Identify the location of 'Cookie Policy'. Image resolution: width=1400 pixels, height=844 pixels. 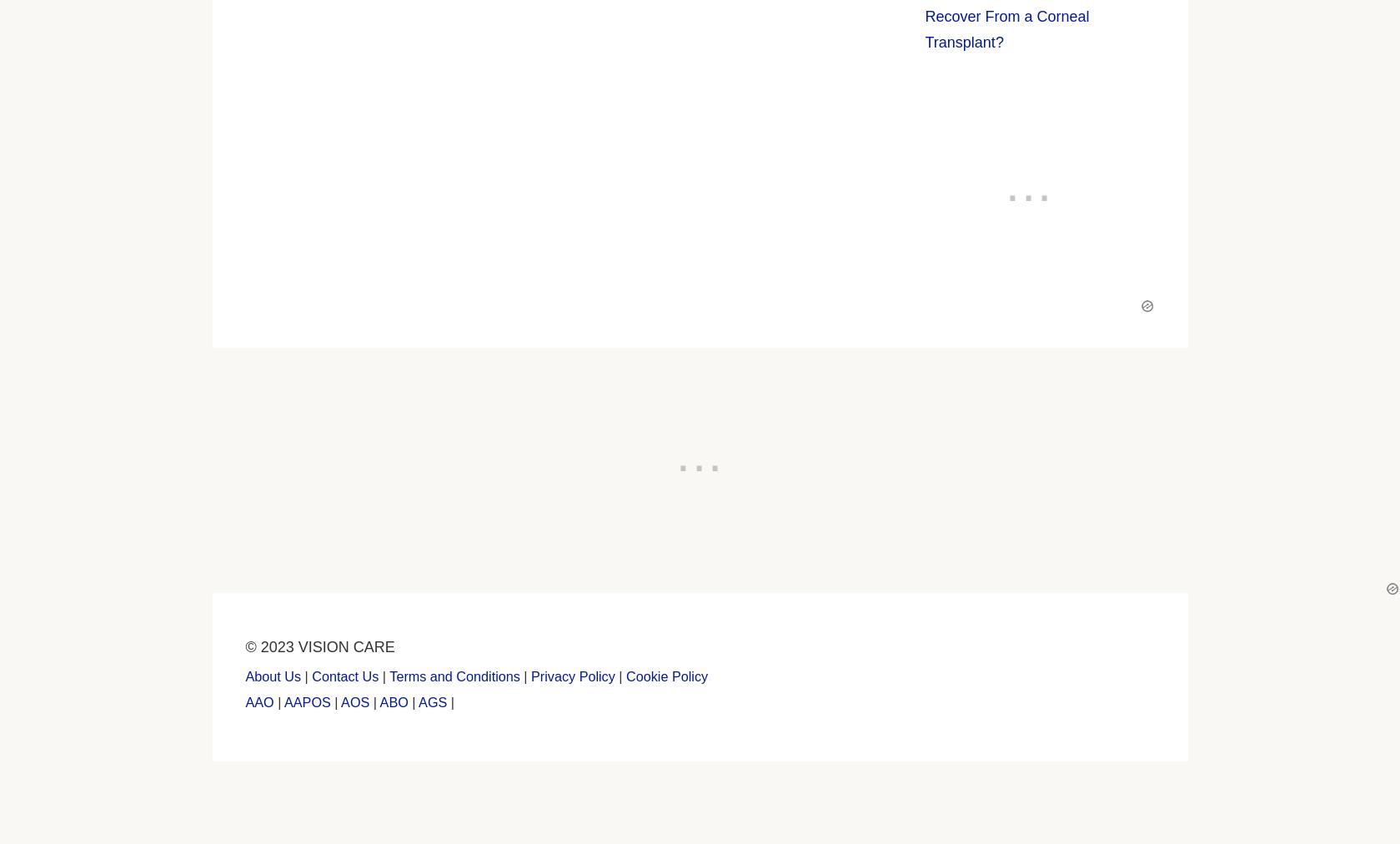
(667, 676).